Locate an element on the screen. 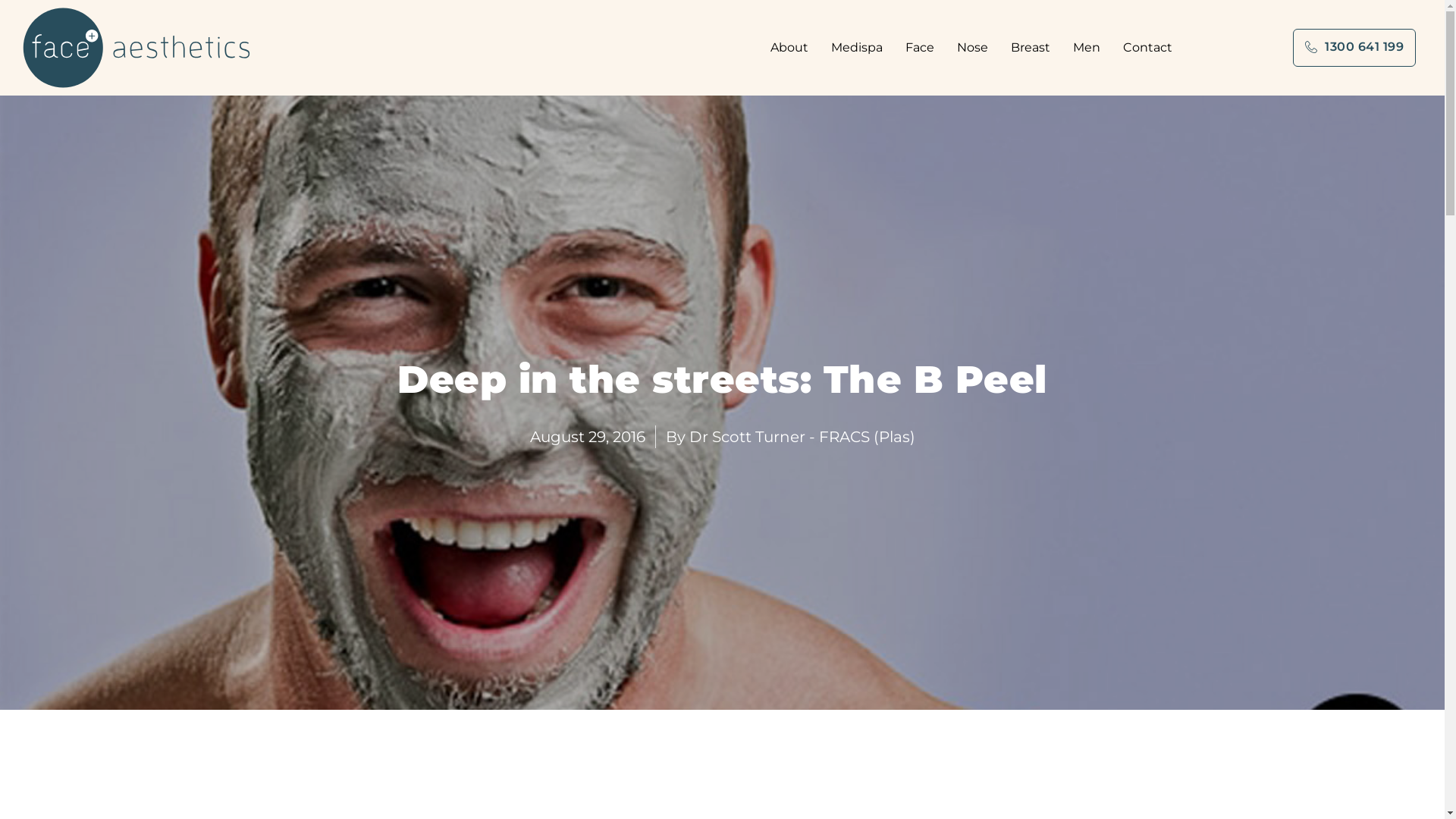 Image resolution: width=1456 pixels, height=819 pixels. 'Medispa' is located at coordinates (830, 46).